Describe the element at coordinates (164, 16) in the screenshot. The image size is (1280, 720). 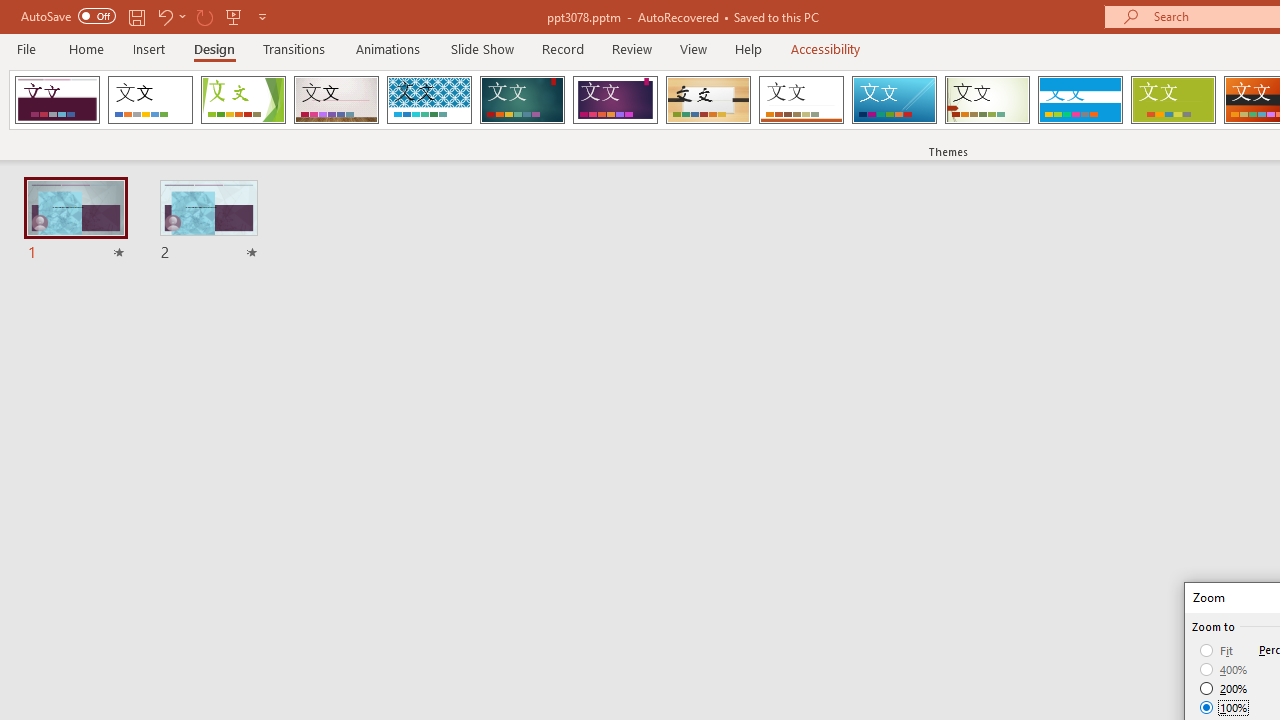
I see `'Undo'` at that location.